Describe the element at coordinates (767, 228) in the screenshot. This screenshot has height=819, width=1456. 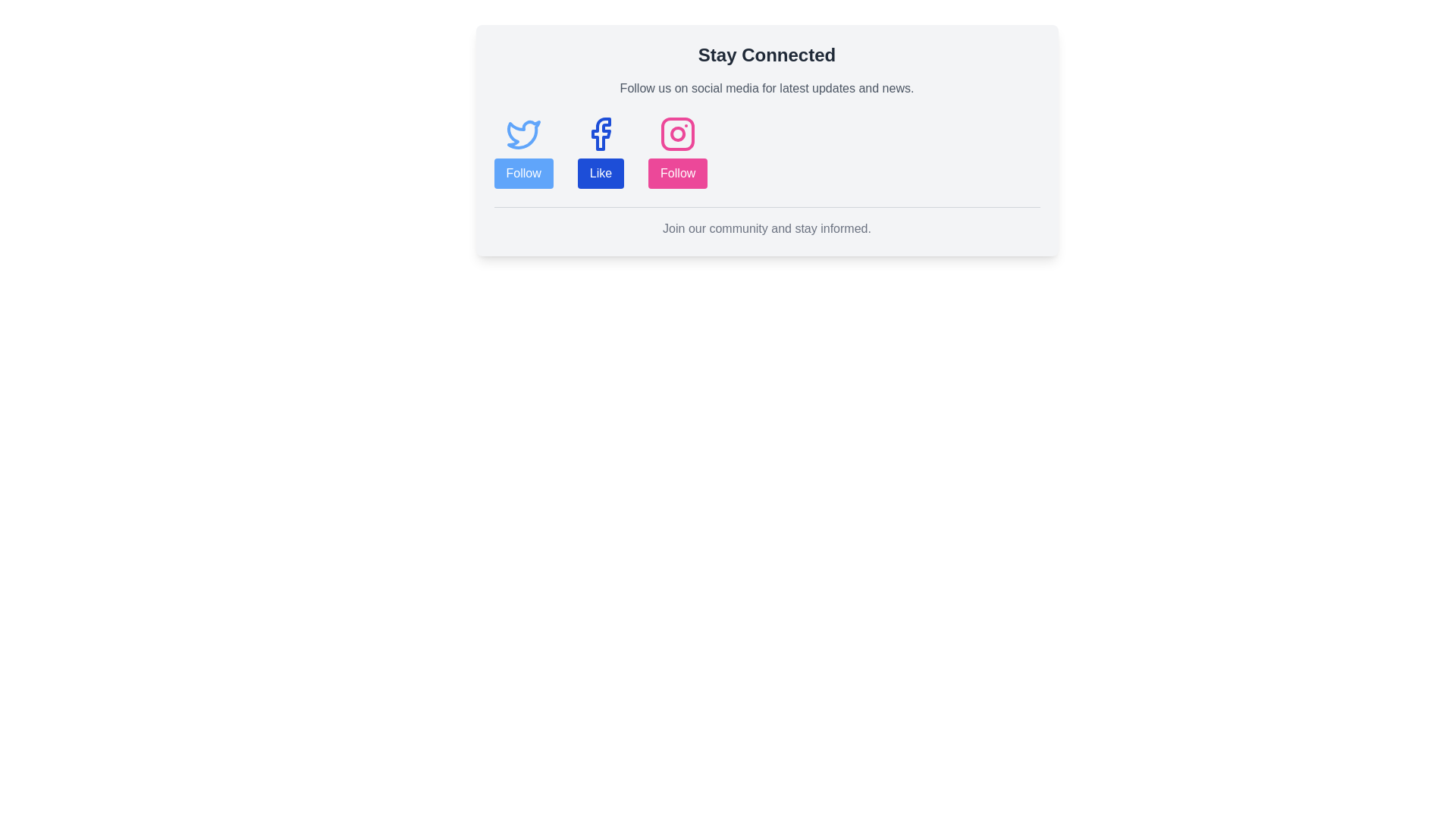
I see `the text component displaying the message 'Join our community and stay informed.' located at the bottom of the 'Stay Connected' section` at that location.